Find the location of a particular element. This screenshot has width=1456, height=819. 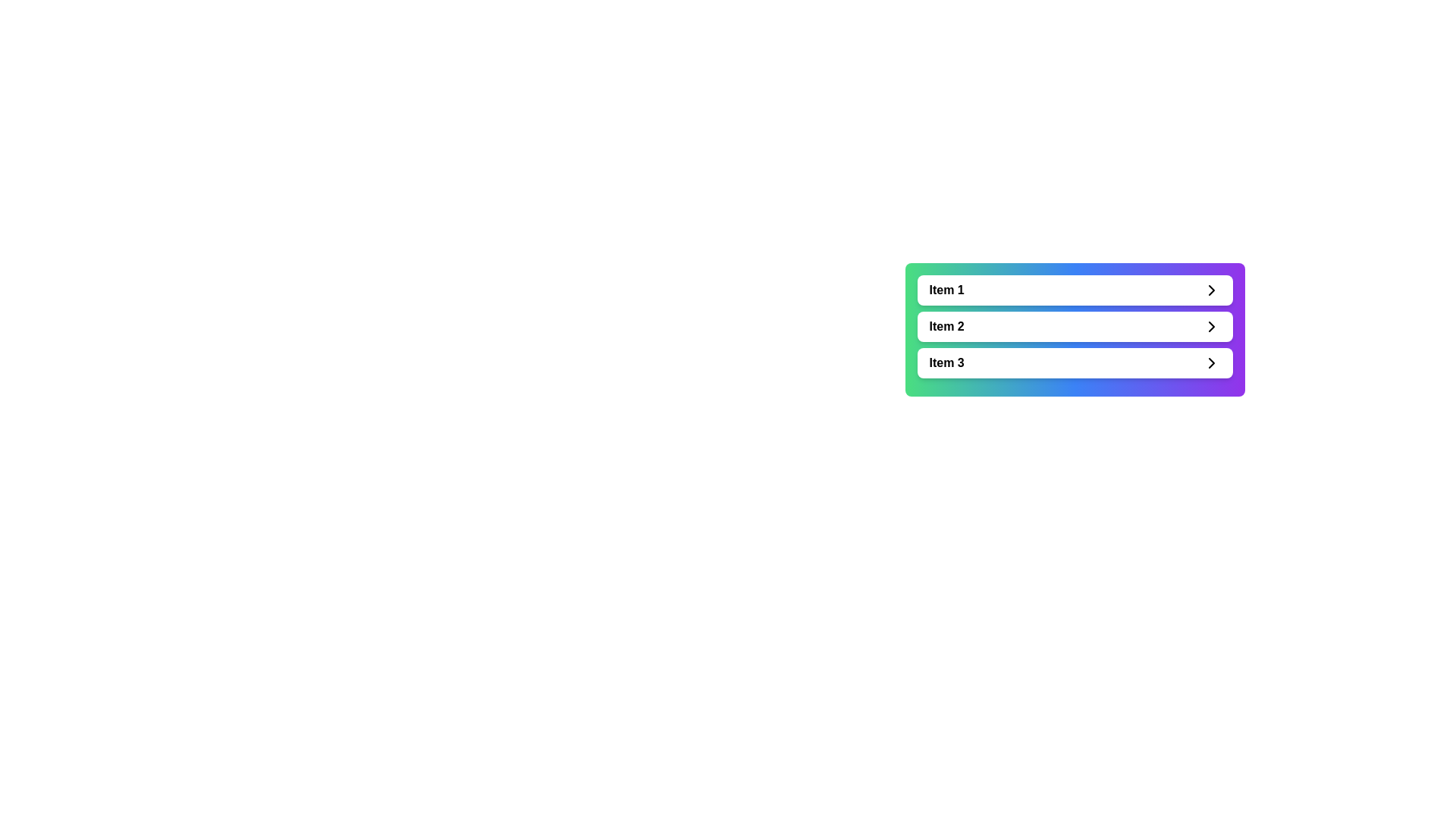

displayed text 'Item 3' from the bold text label located in the third item of the vertically stacked list is located at coordinates (946, 362).